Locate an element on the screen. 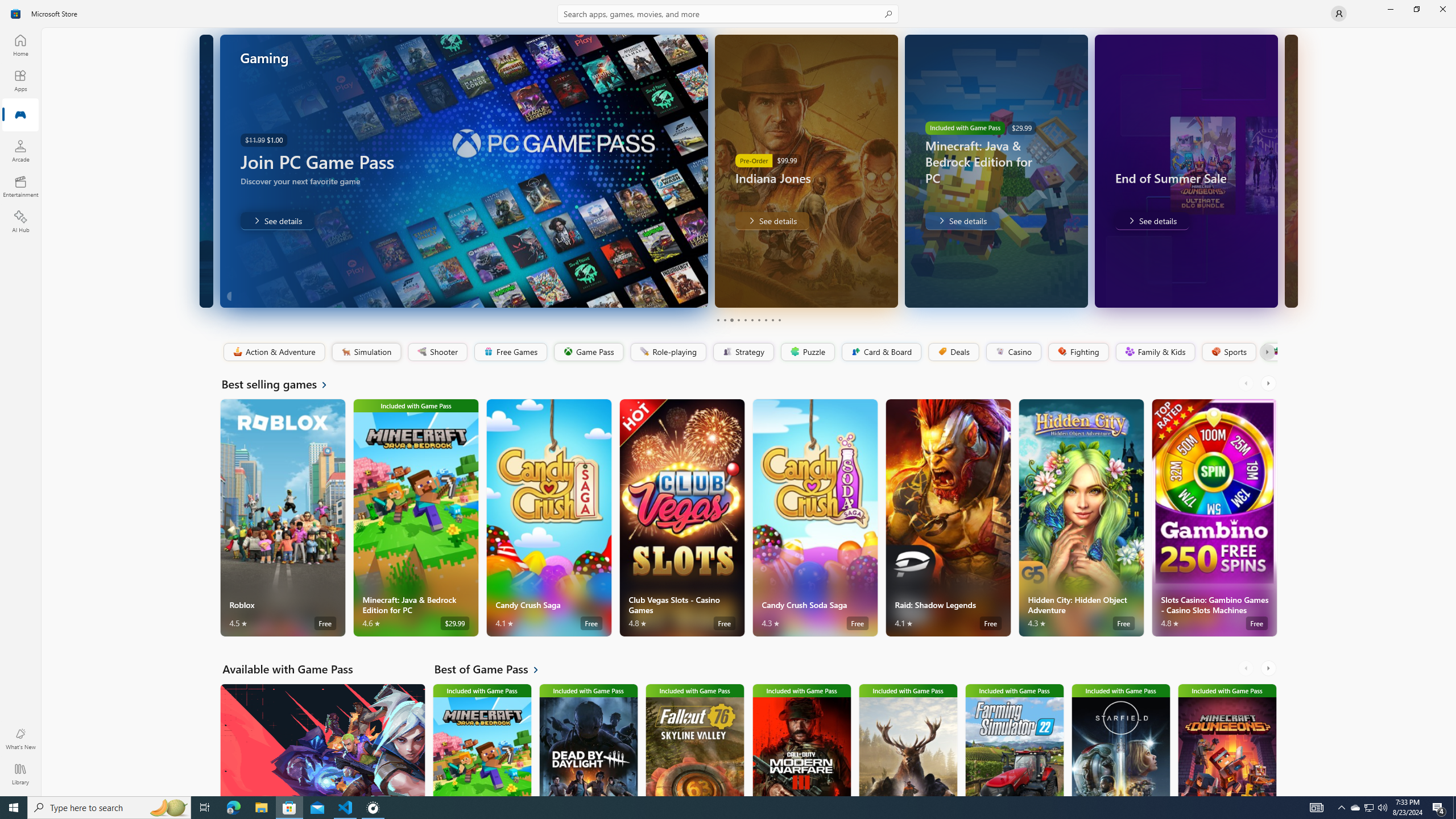 The width and height of the screenshot is (1456, 819). 'Page 4' is located at coordinates (737, 320).